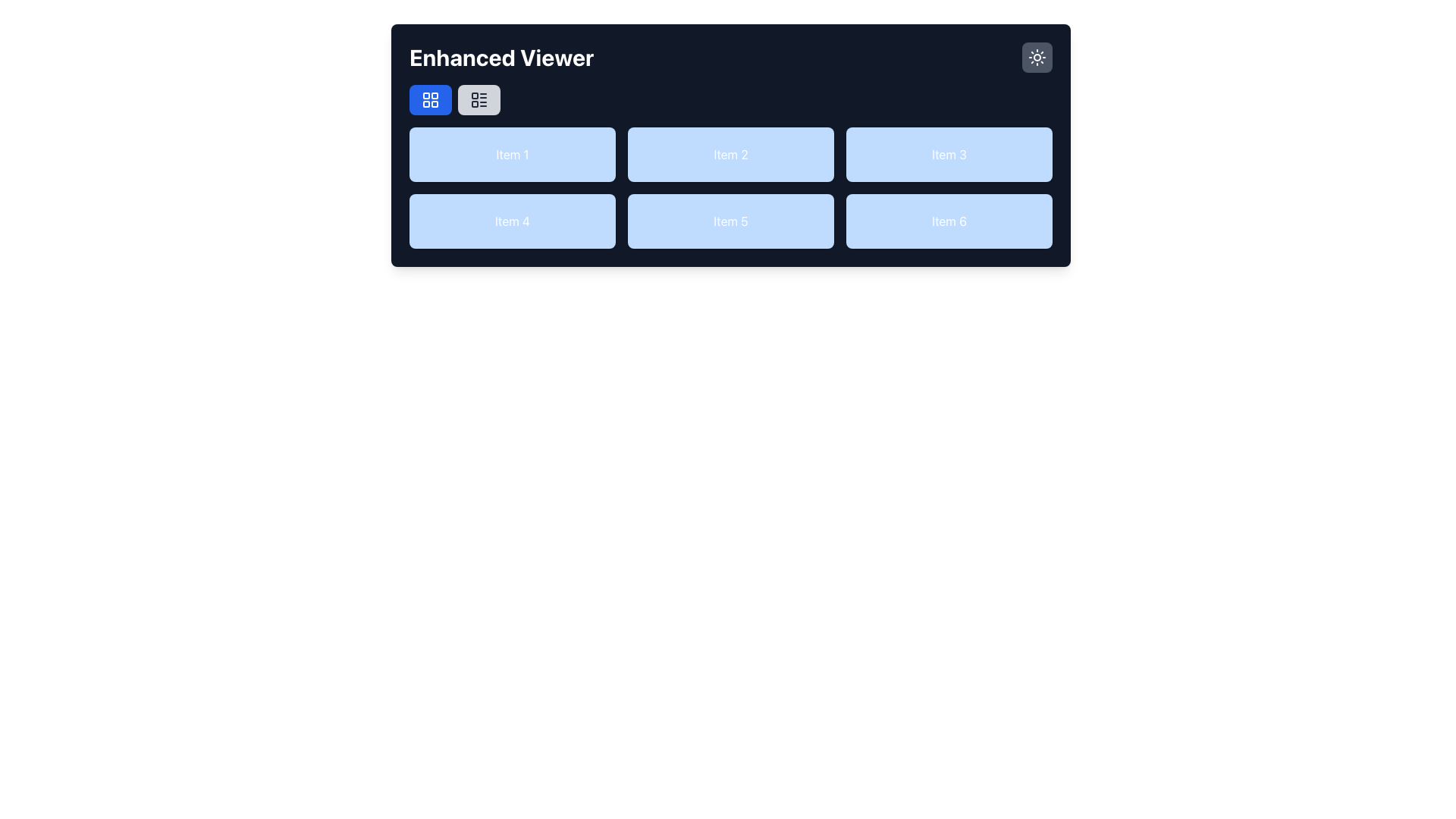 The height and width of the screenshot is (819, 1456). Describe the element at coordinates (731, 155) in the screenshot. I see `the Static Label located in the middle box of the first row in a grid layout, positioned between 'Item 1' and 'Item 3'` at that location.